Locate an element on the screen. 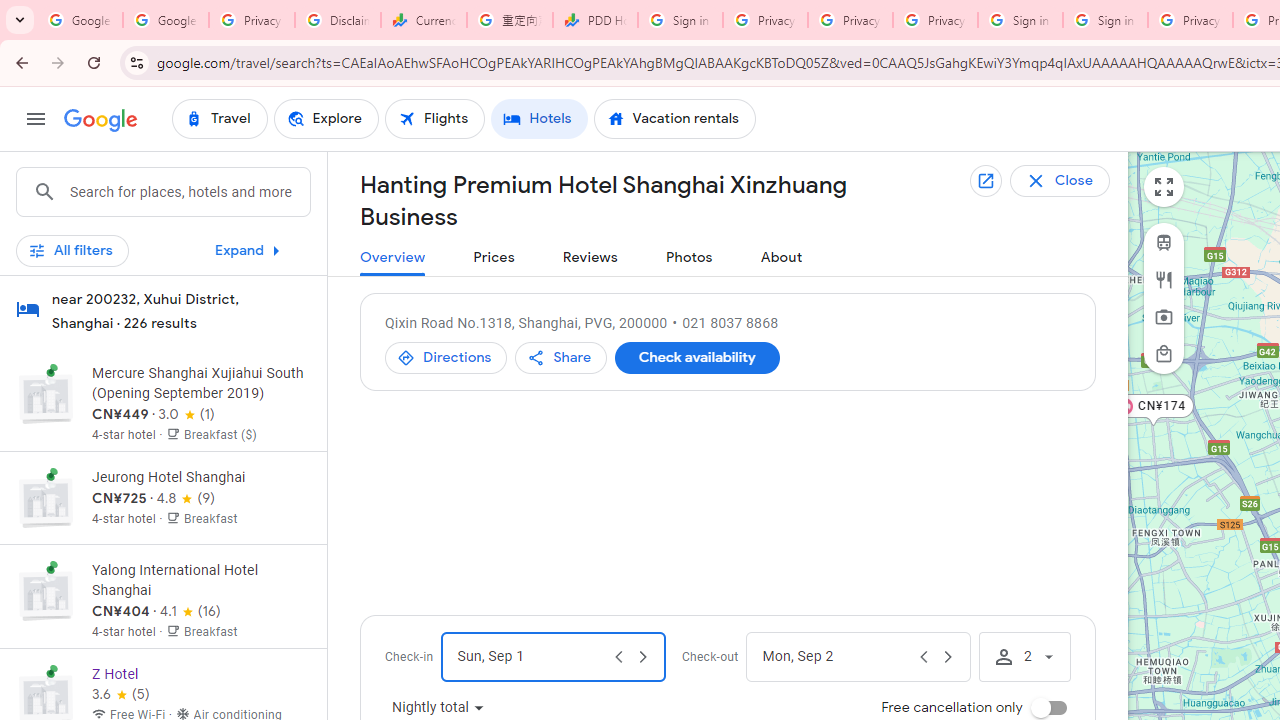 This screenshot has width=1280, height=720. 'Explore' is located at coordinates (325, 119).